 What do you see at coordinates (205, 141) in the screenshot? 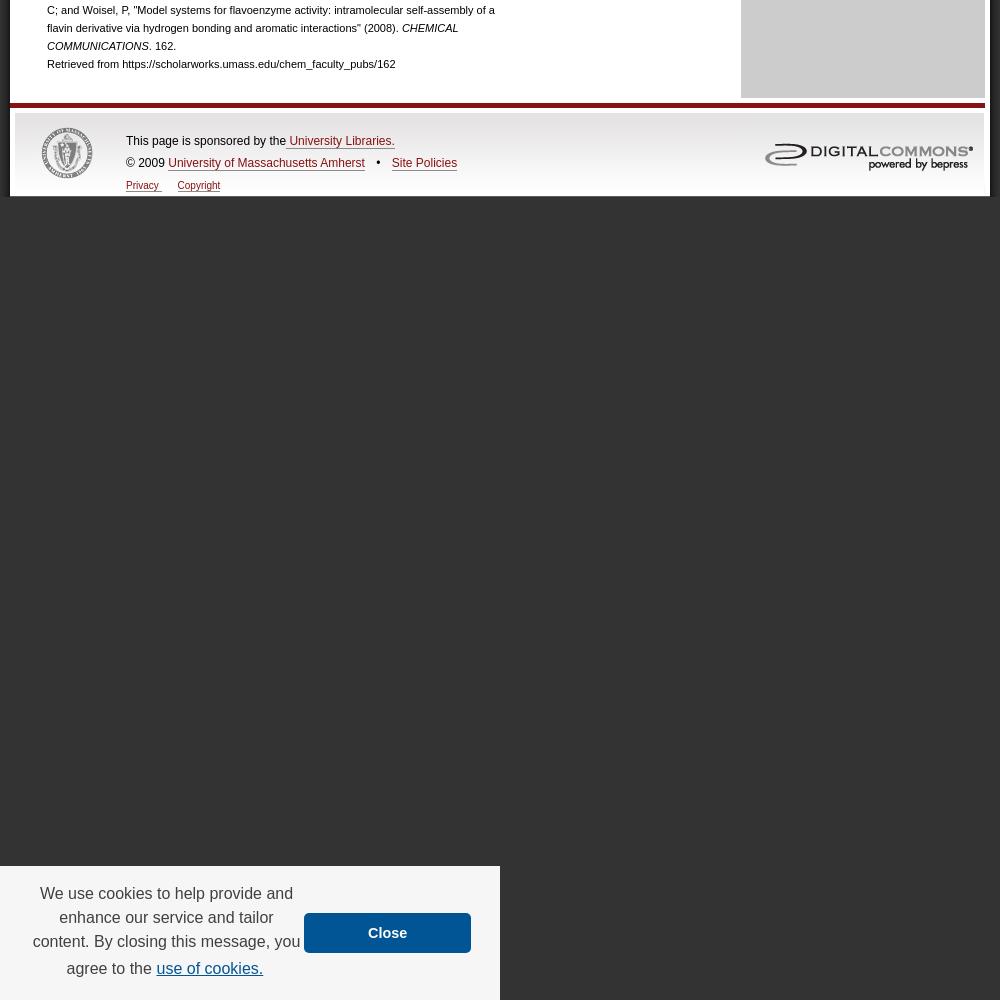
I see `'This page is sponsored by the'` at bounding box center [205, 141].